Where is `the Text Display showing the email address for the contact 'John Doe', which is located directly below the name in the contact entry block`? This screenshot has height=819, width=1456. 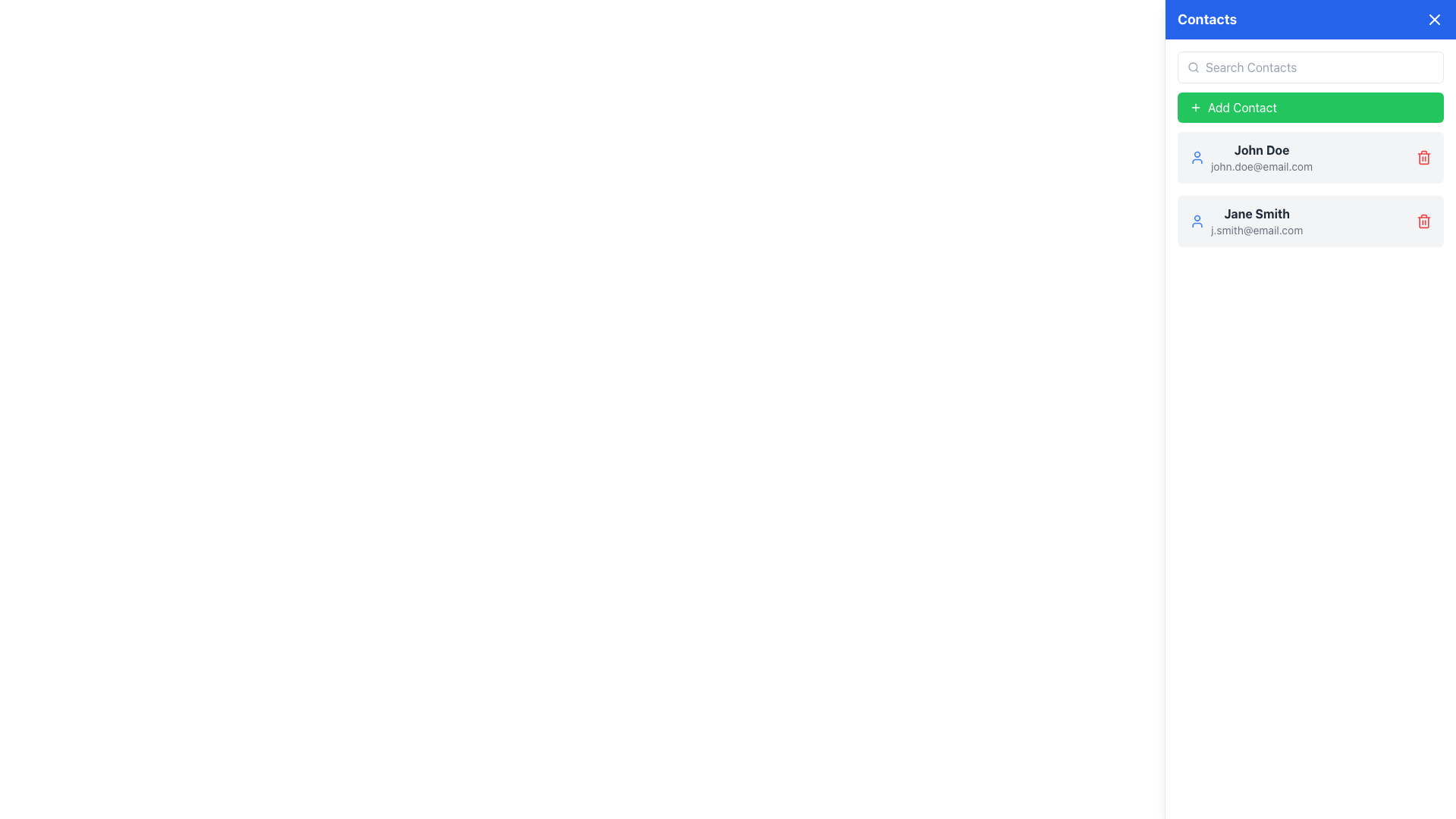 the Text Display showing the email address for the contact 'John Doe', which is located directly below the name in the contact entry block is located at coordinates (1262, 166).